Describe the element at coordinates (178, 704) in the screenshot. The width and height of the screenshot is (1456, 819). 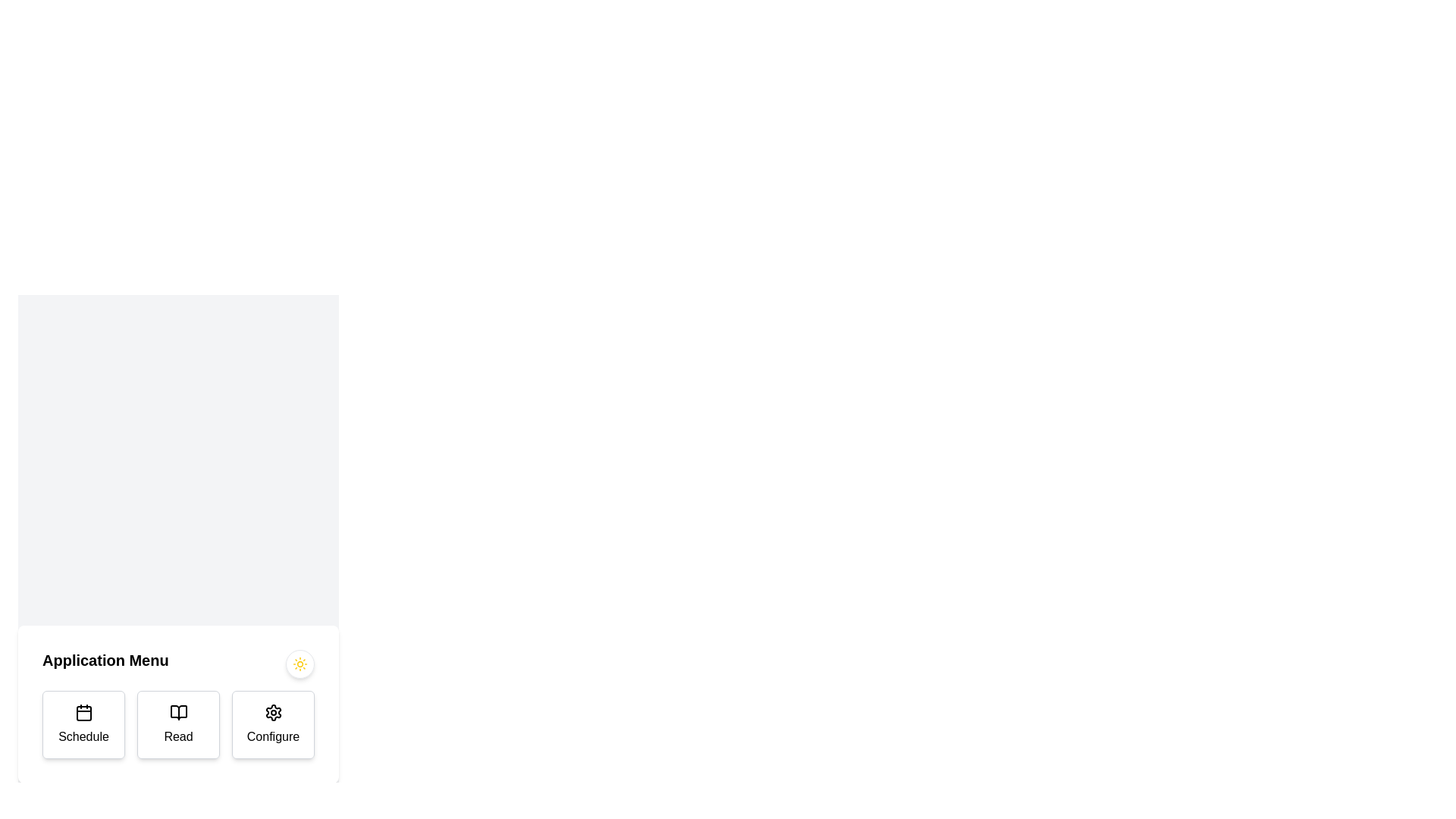
I see `the central button of the navigation group labeled 'Read' located beneath the 'Application Menu' header` at that location.